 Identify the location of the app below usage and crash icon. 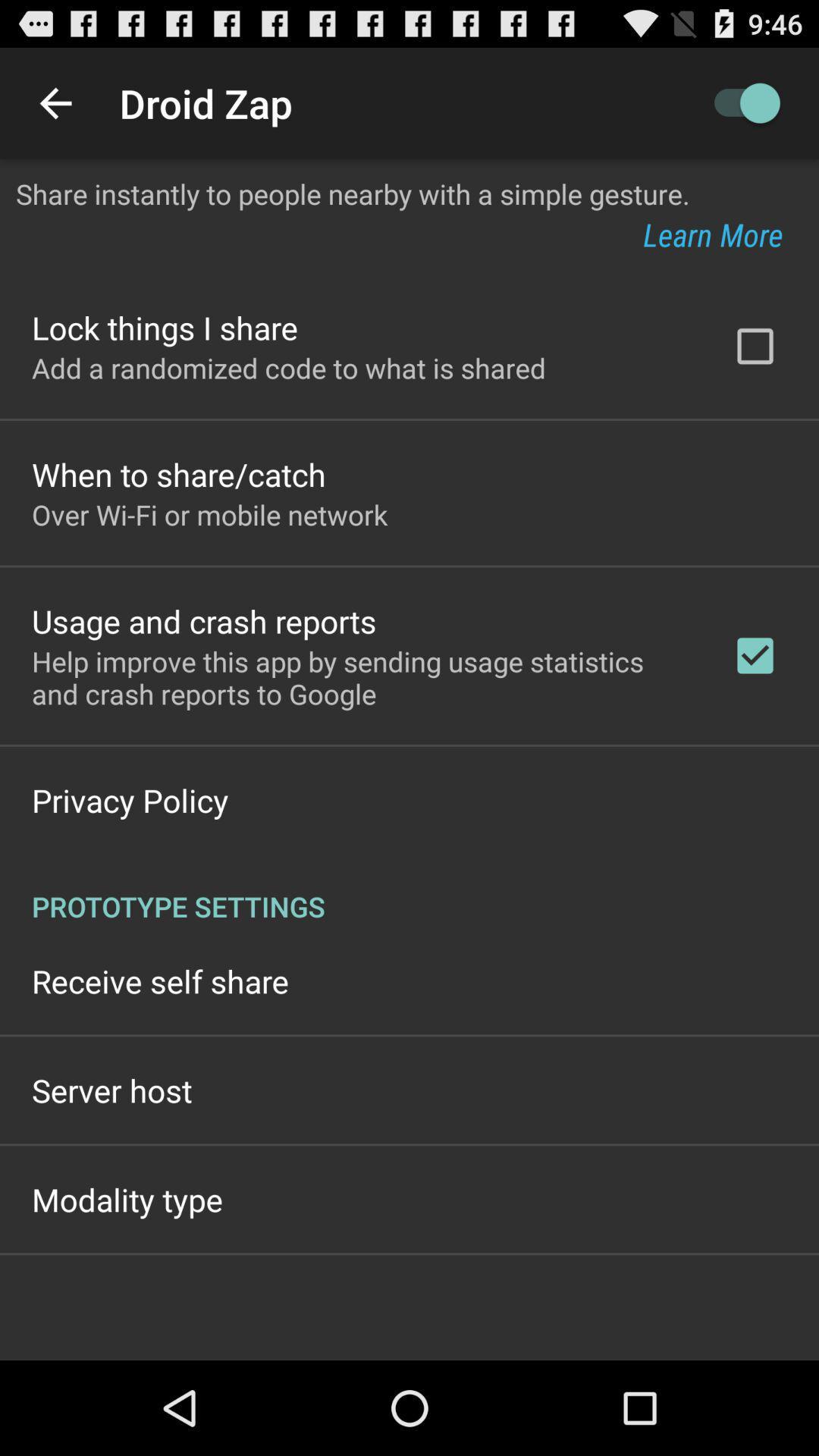
(362, 676).